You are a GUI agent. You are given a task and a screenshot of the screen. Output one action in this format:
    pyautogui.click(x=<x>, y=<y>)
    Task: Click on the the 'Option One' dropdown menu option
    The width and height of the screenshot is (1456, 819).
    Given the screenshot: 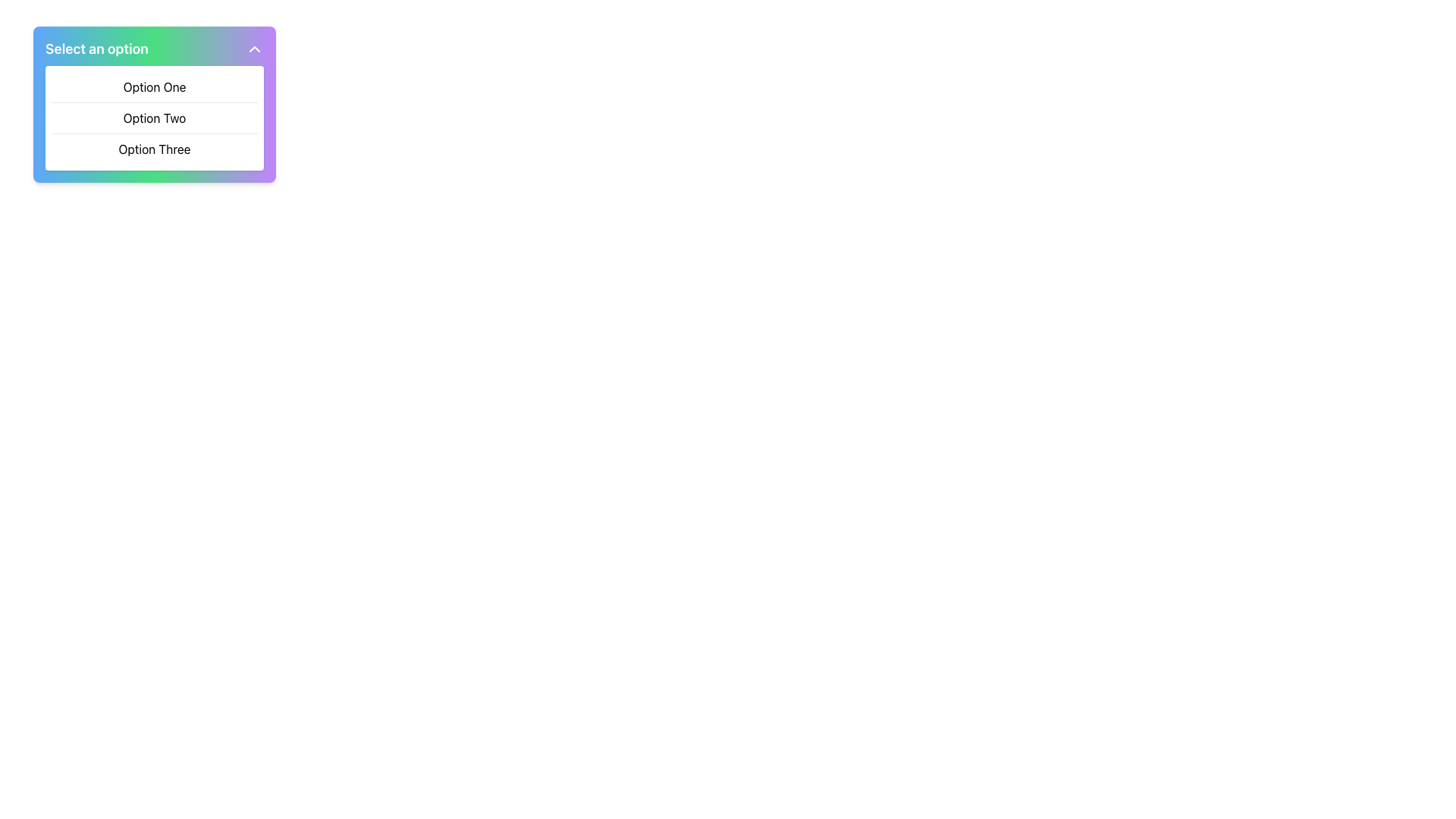 What is the action you would take?
    pyautogui.click(x=154, y=87)
    